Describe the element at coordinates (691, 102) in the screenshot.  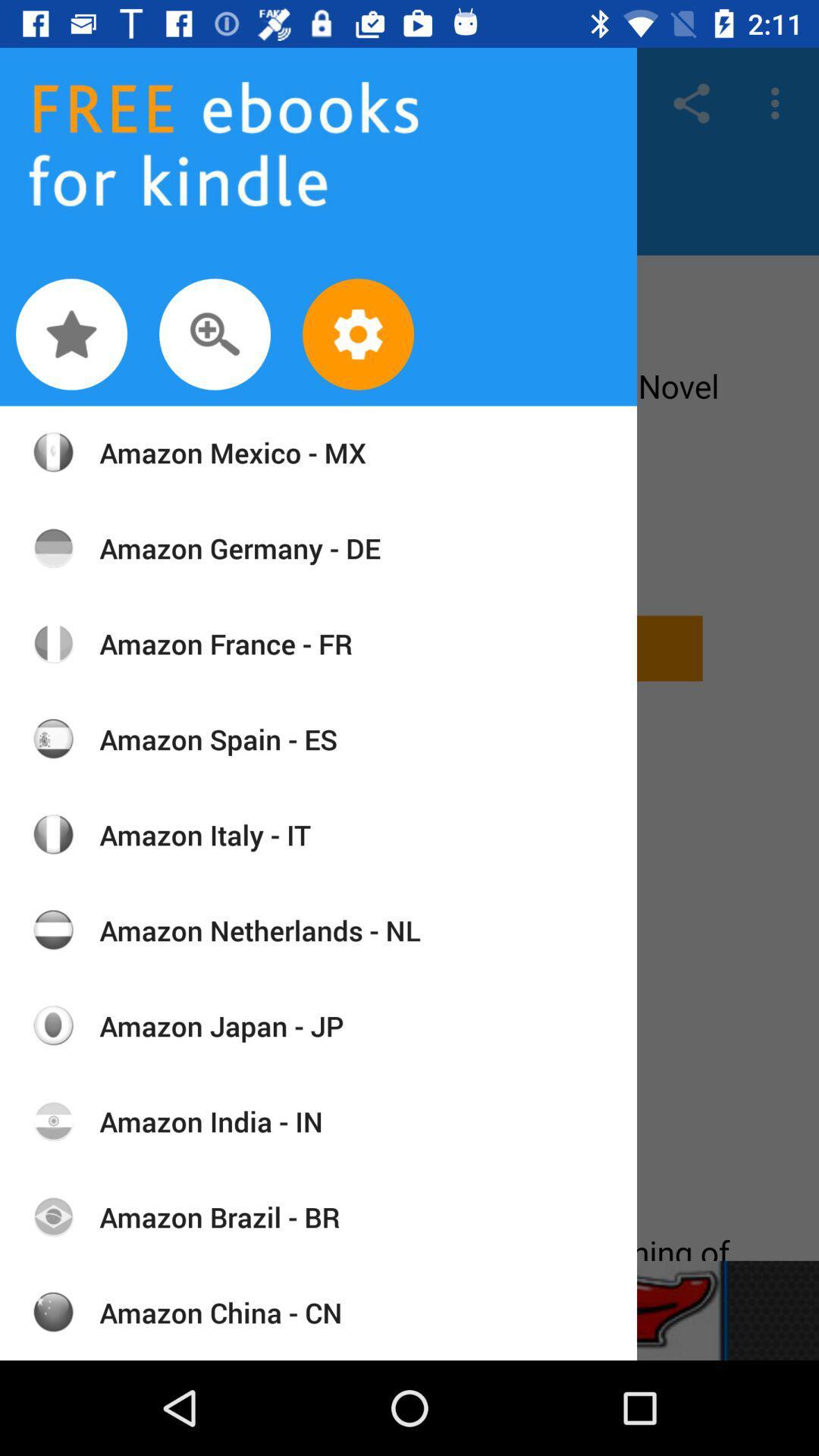
I see `the share icon` at that location.